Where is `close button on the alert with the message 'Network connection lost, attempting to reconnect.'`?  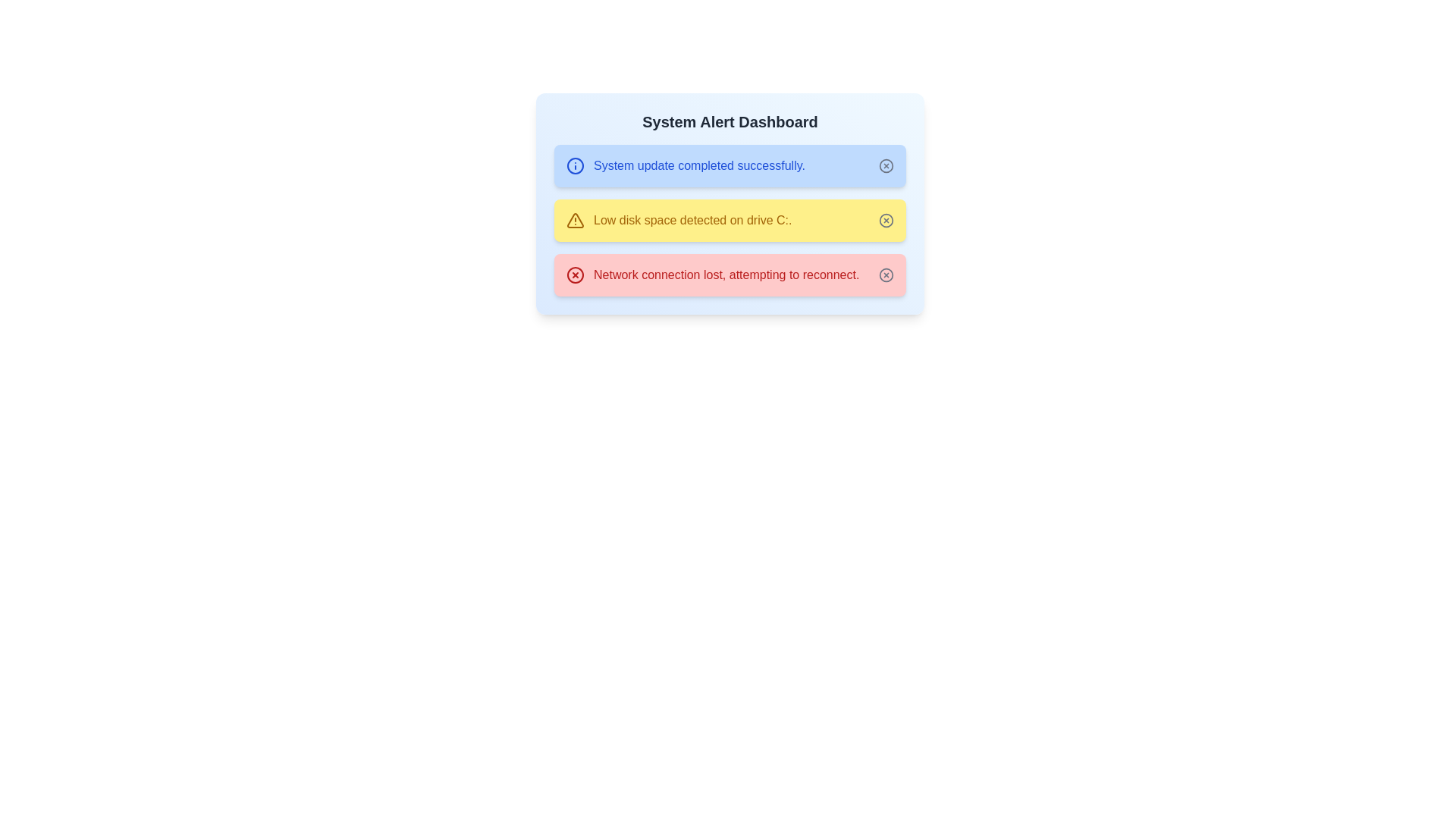
close button on the alert with the message 'Network connection lost, attempting to reconnect.' is located at coordinates (886, 275).